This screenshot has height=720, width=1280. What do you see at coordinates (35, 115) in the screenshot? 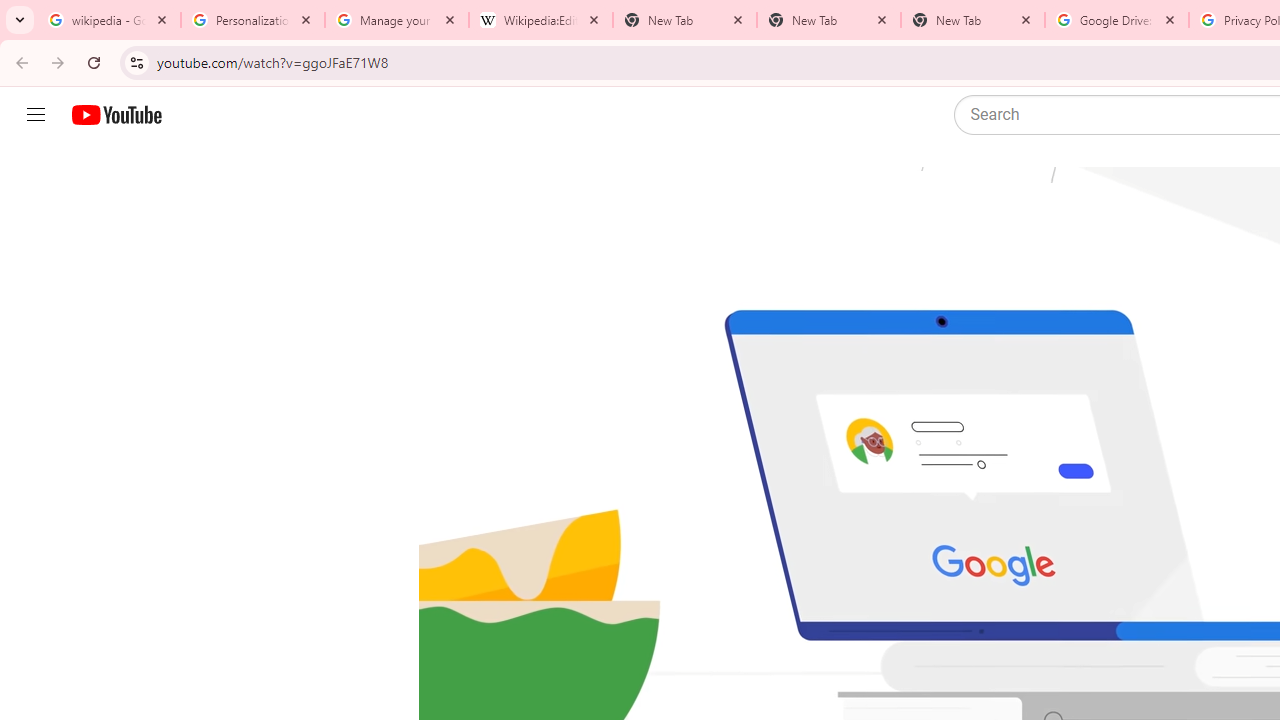
I see `'Guide'` at bounding box center [35, 115].